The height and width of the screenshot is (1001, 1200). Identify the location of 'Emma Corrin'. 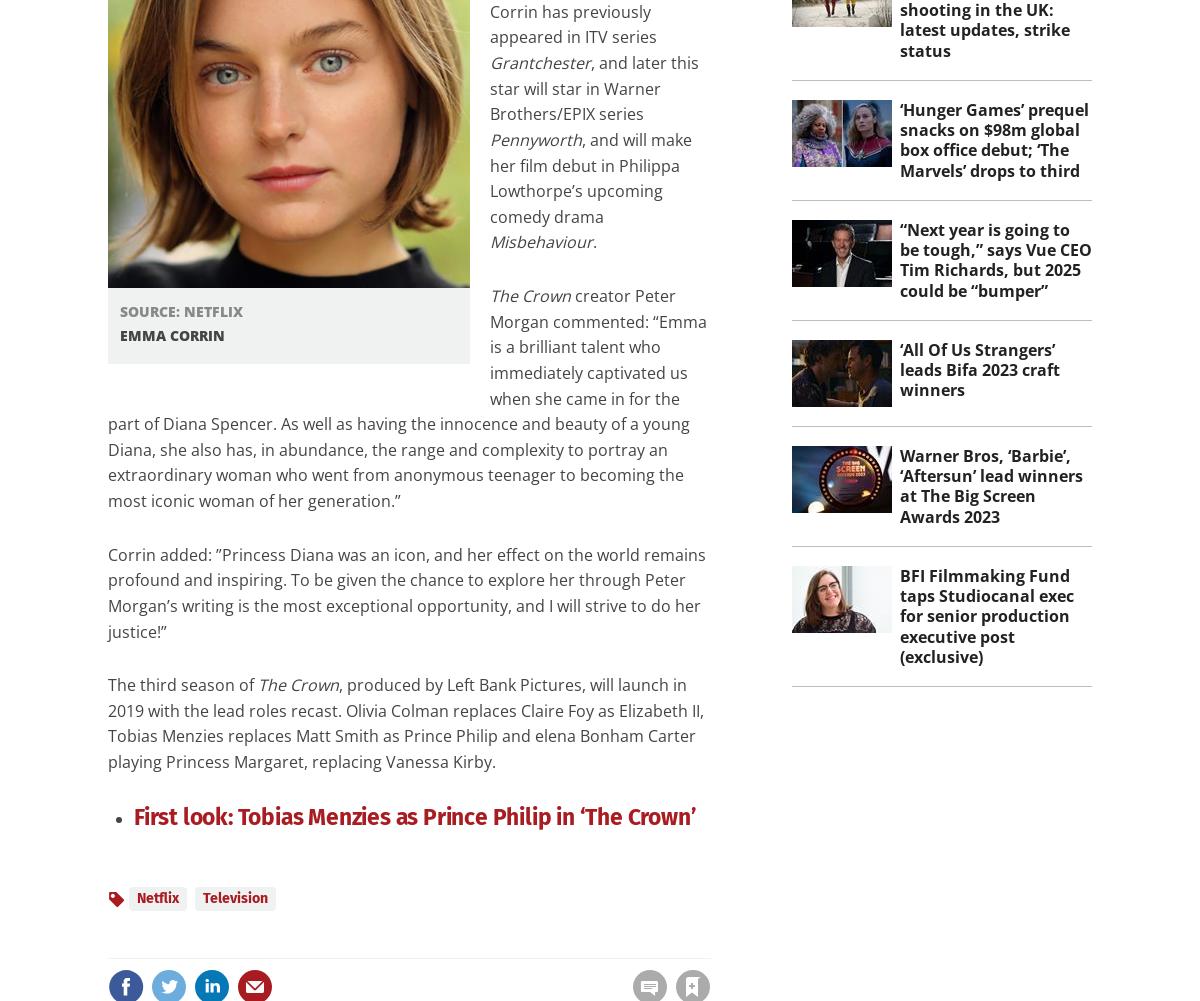
(171, 335).